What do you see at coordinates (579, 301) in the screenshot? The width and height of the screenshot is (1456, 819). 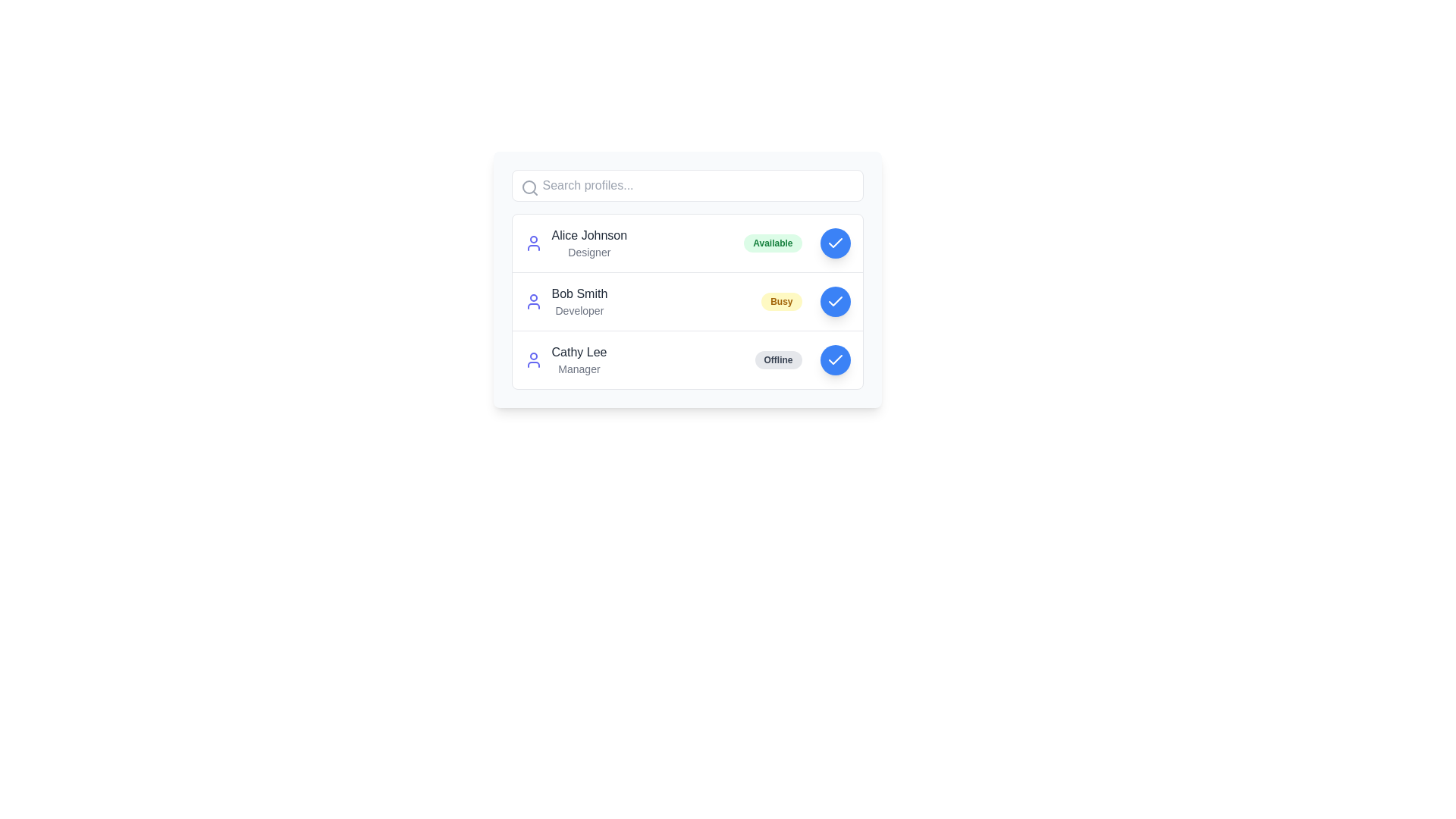 I see `the Profile entry containing the name and role of the individual, located in the second row of the user profiles list, positioned below 'Alice Johnson' and above 'Cathy Lee'` at bounding box center [579, 301].